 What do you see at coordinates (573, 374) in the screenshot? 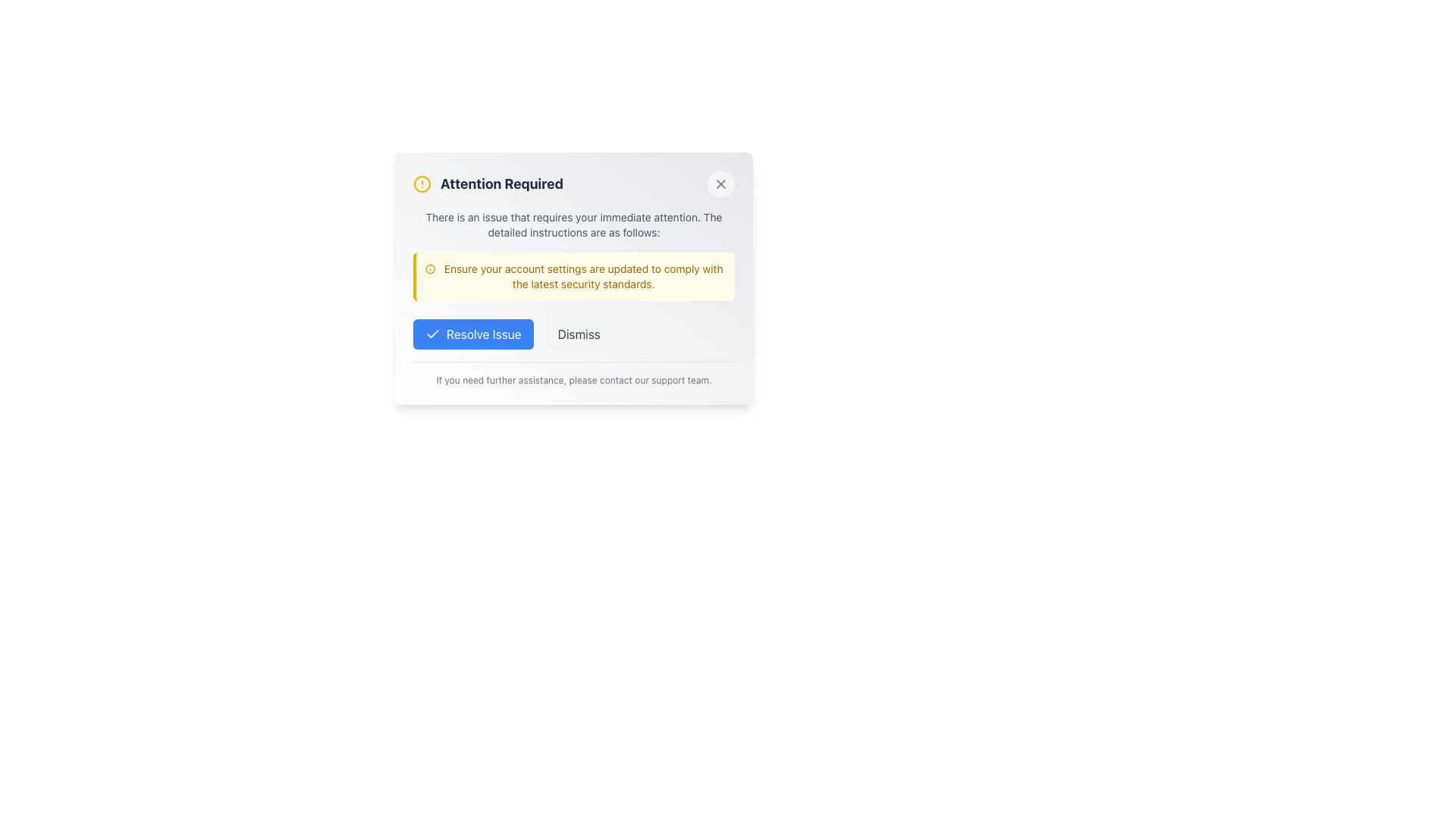
I see `the supportive information text located at the bottom of the notification card, below the action buttons 'Resolve Issue' and 'Dismiss'` at bounding box center [573, 374].